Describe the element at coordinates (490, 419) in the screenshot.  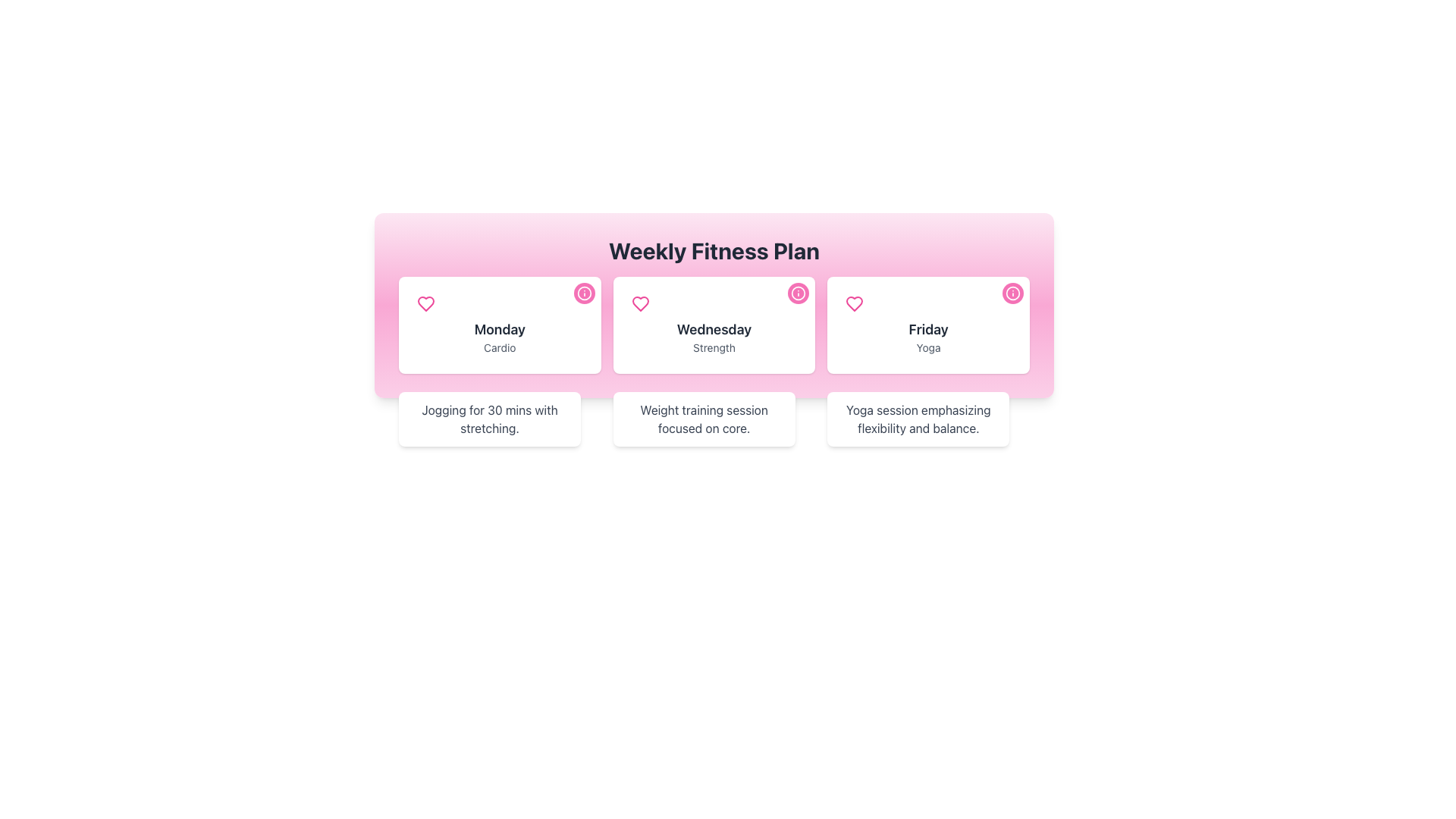
I see `the read-only text element that provides details for 'Jogging for 30 mins with stretching', located below the 'Monday' card in the 'Weekly Fitness Plan' section` at that location.